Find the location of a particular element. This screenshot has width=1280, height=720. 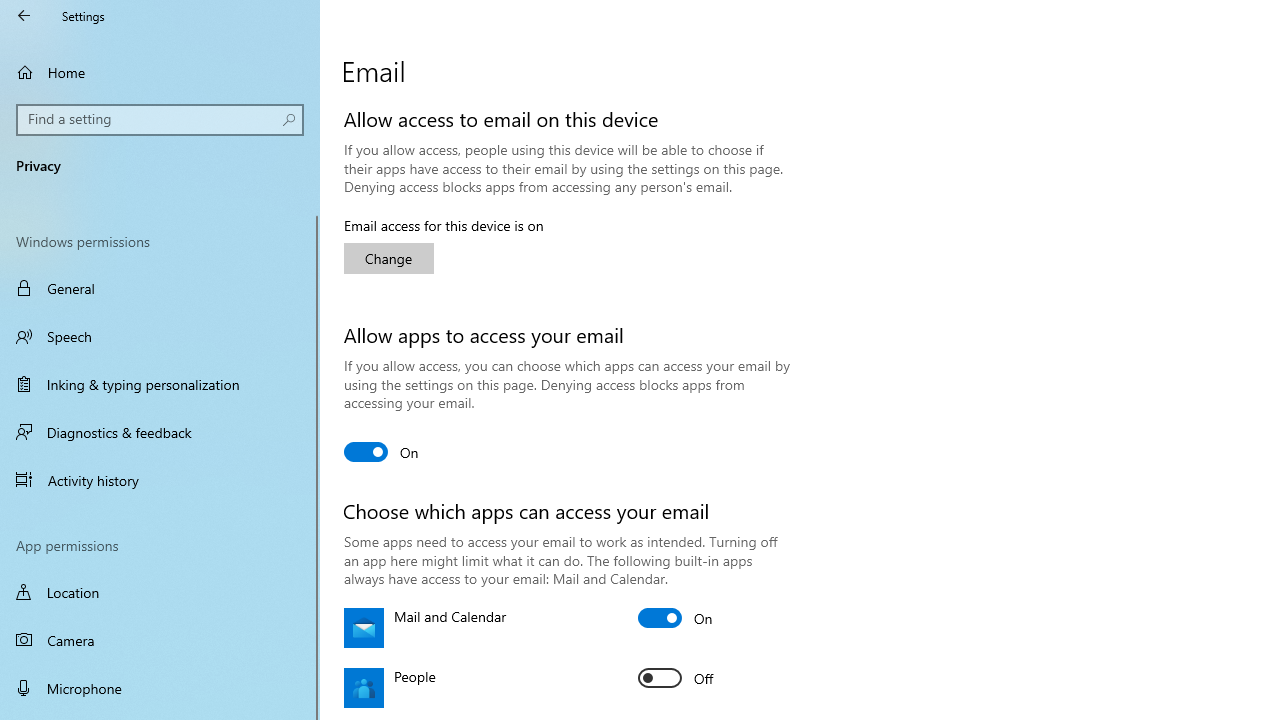

'Inking & typing personalization' is located at coordinates (160, 384).